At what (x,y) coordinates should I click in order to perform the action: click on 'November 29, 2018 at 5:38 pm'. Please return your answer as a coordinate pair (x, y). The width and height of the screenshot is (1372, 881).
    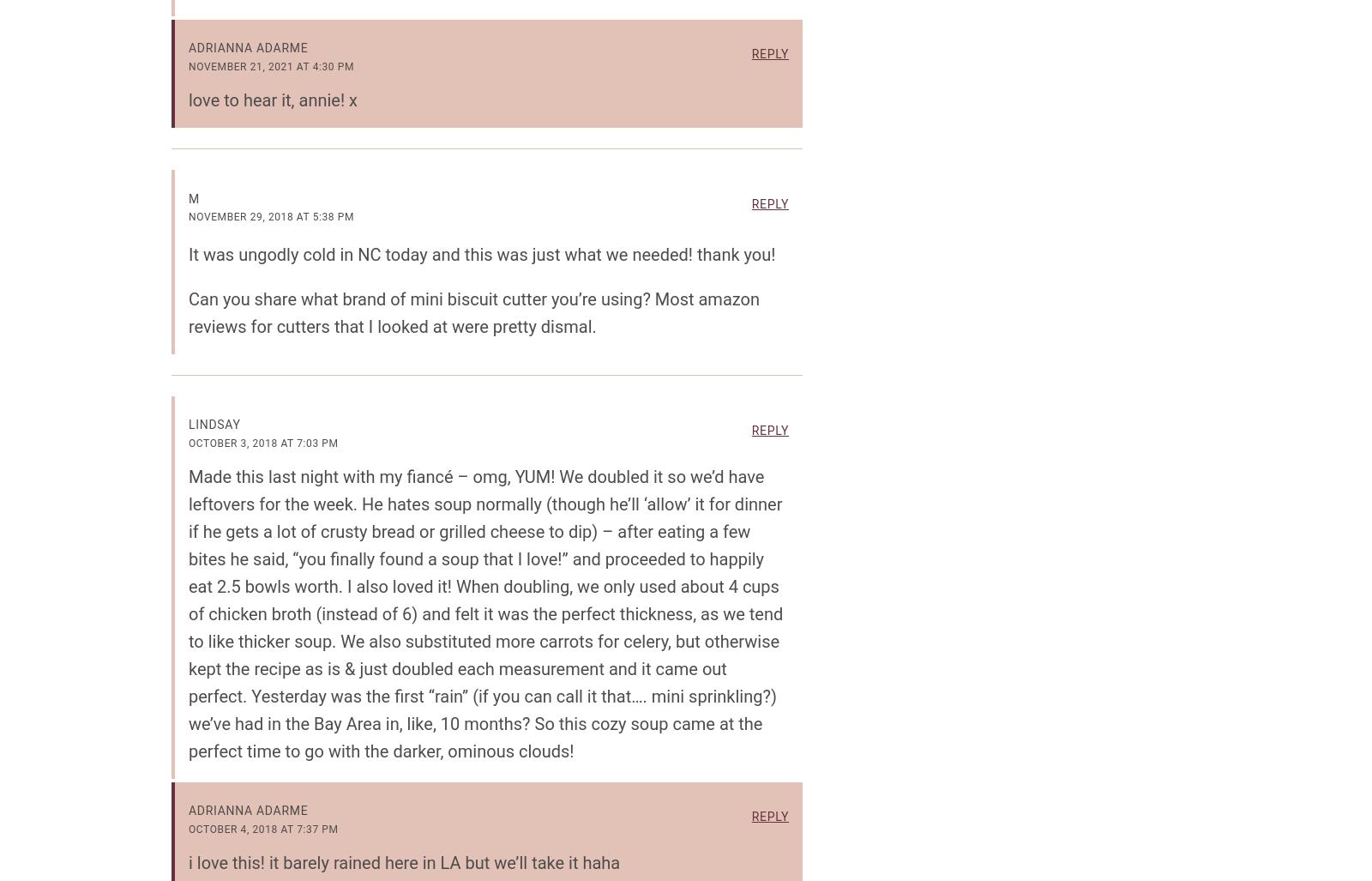
    Looking at the image, I should click on (271, 216).